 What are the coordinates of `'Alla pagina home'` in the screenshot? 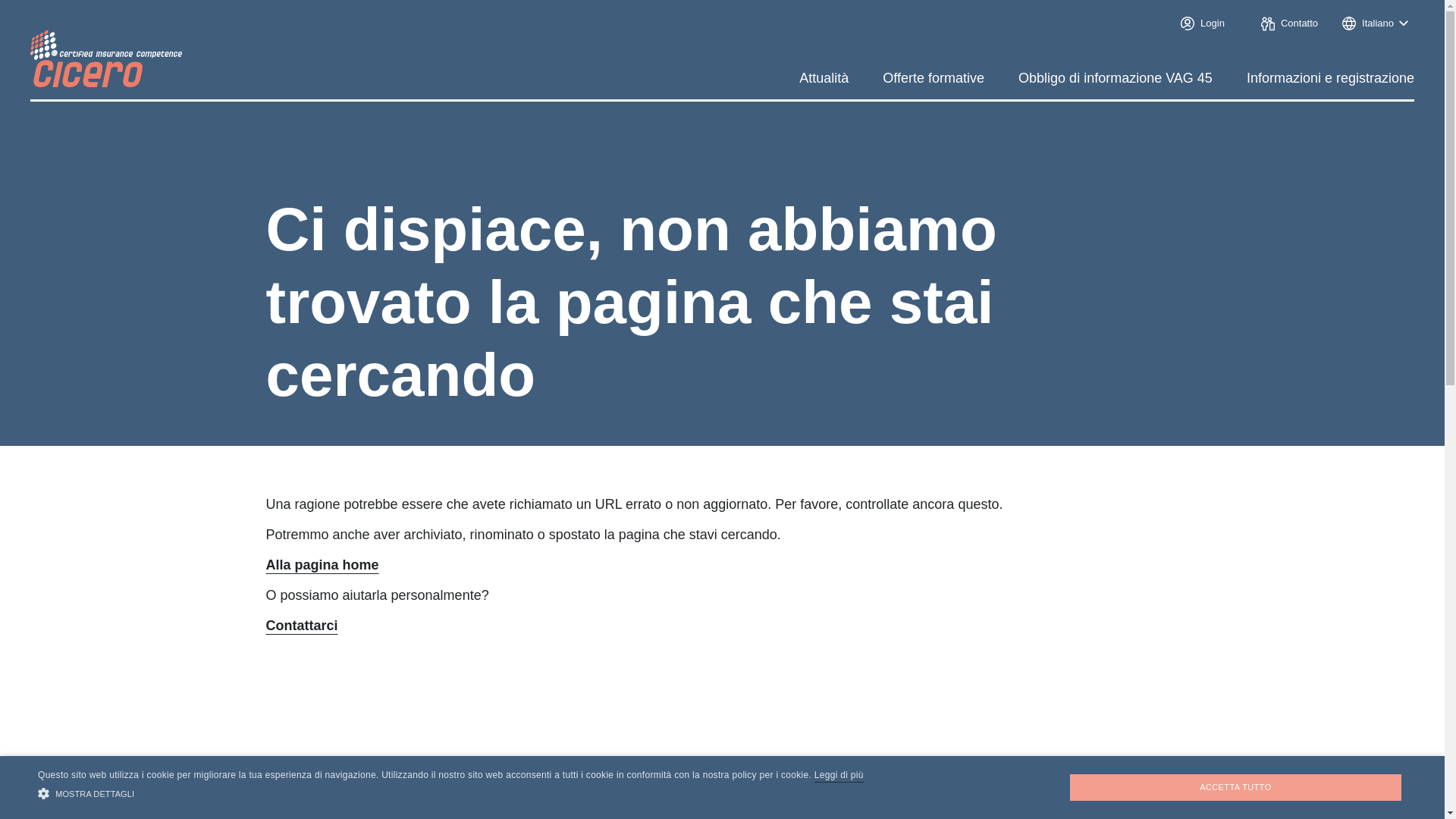 It's located at (265, 564).